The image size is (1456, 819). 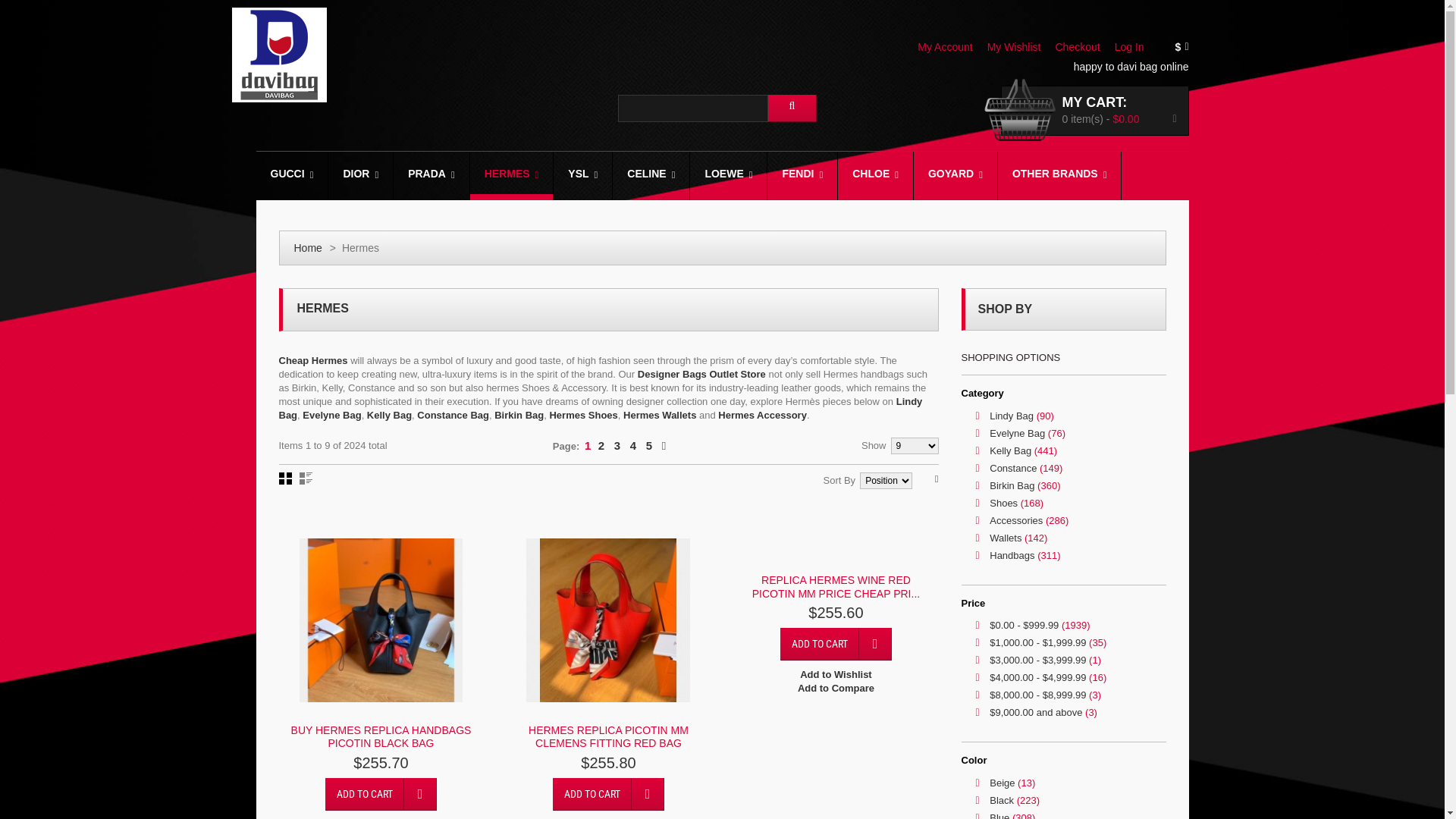 I want to click on 'CELINE', so click(x=651, y=174).